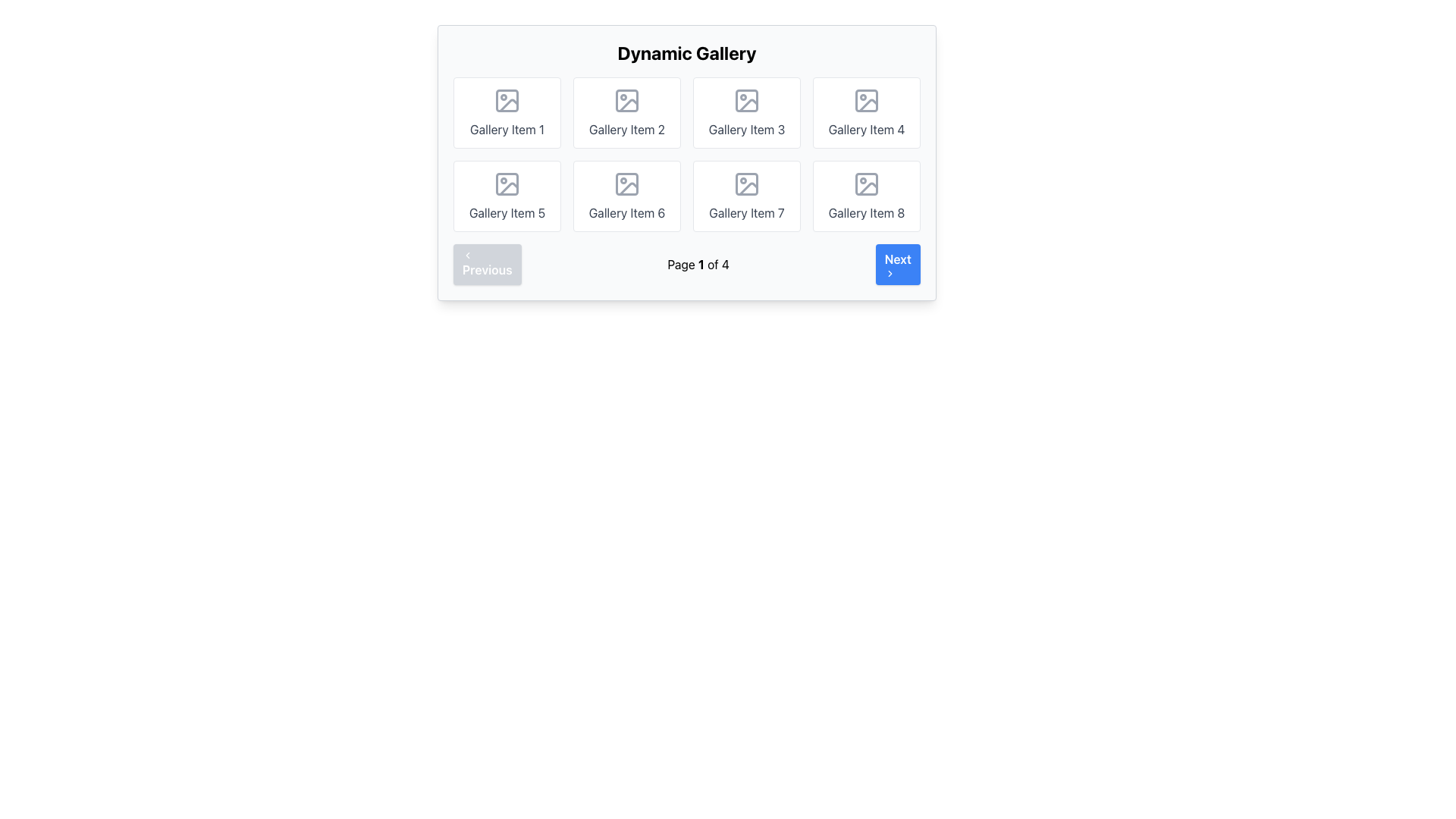 Image resolution: width=1456 pixels, height=819 pixels. Describe the element at coordinates (748, 105) in the screenshot. I see `the Gallery Item 3 icon, which serves as a visual representation of an image within a grid of image placeholders` at that location.